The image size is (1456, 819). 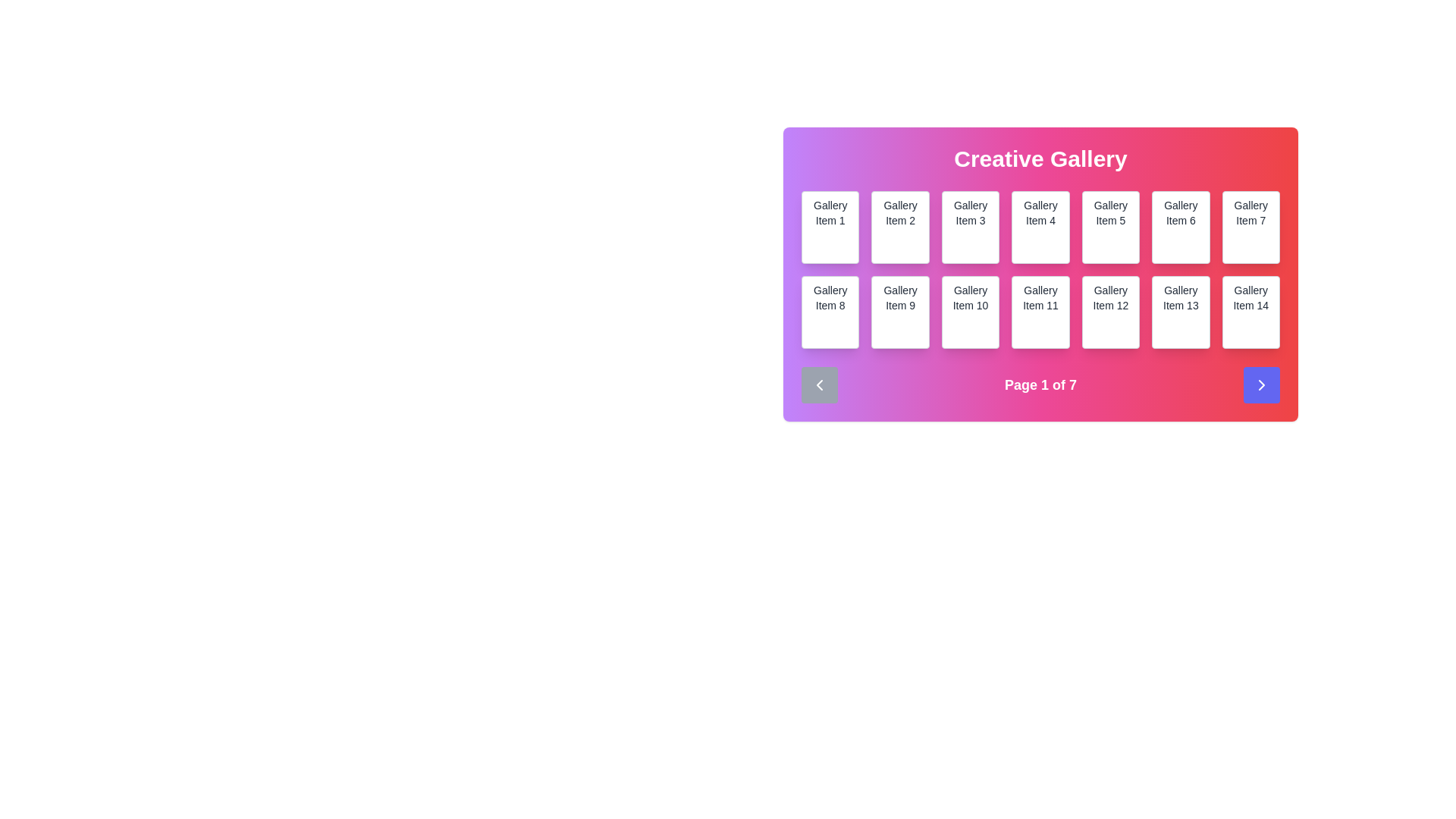 What do you see at coordinates (830, 312) in the screenshot?
I see `the white rectangular card labeled 'Gallery Item 8', which is styled with rounded corners and a thin gray border, located in the leftmost column of the second row in the grid layout` at bounding box center [830, 312].